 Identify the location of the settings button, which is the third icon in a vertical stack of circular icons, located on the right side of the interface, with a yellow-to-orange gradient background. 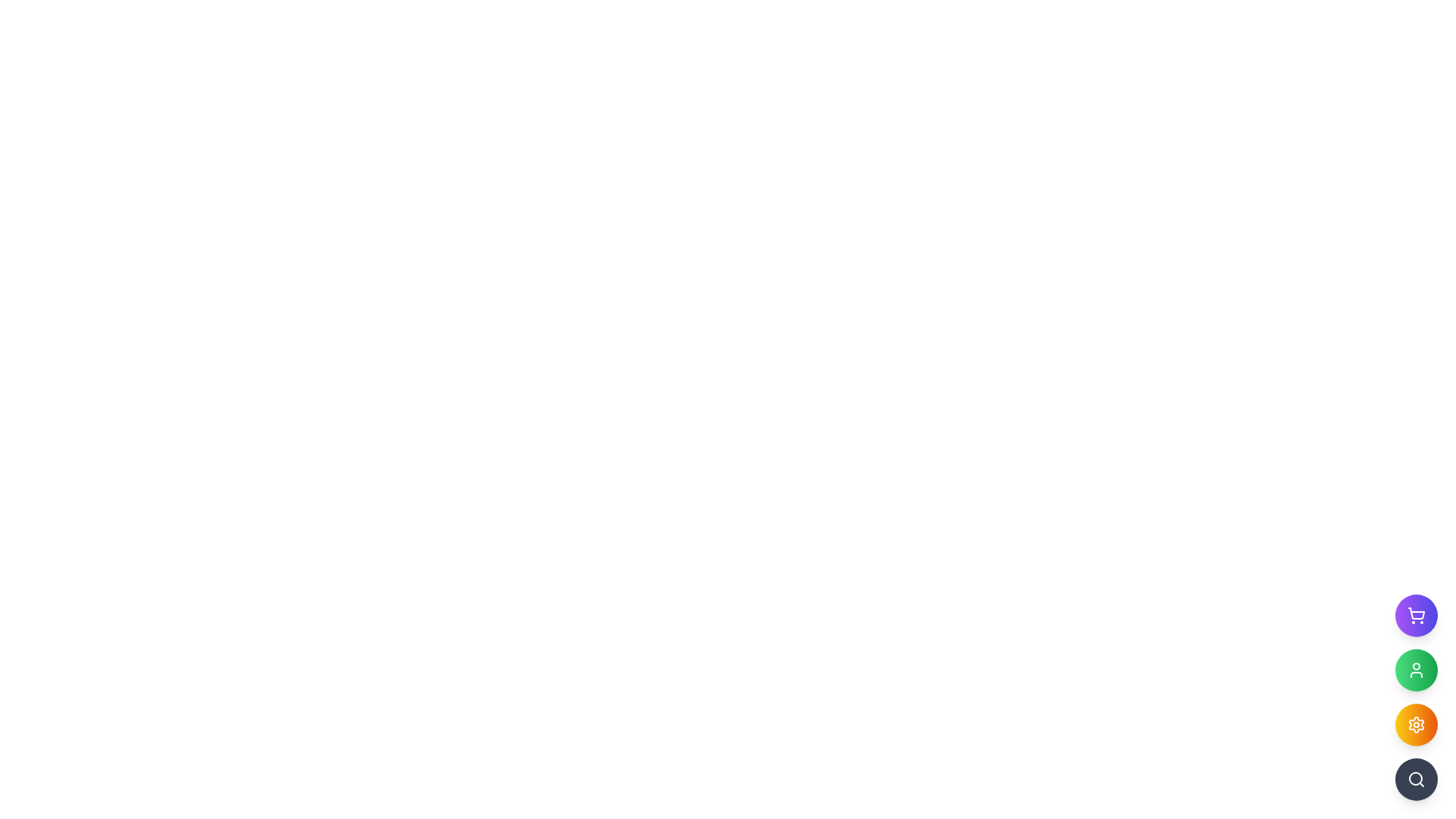
(1415, 724).